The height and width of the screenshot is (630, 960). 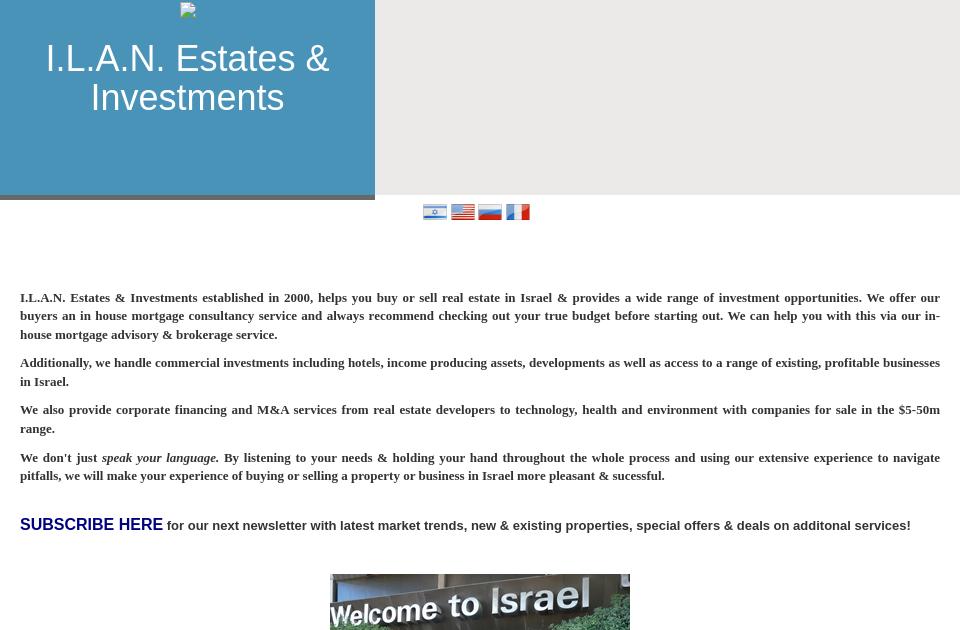 What do you see at coordinates (480, 370) in the screenshot?
I see `'Additionally, we handle commercial investments including hotels, income producing assets, developments as well as access to a range of existing, profitable businesses in Israel.'` at bounding box center [480, 370].